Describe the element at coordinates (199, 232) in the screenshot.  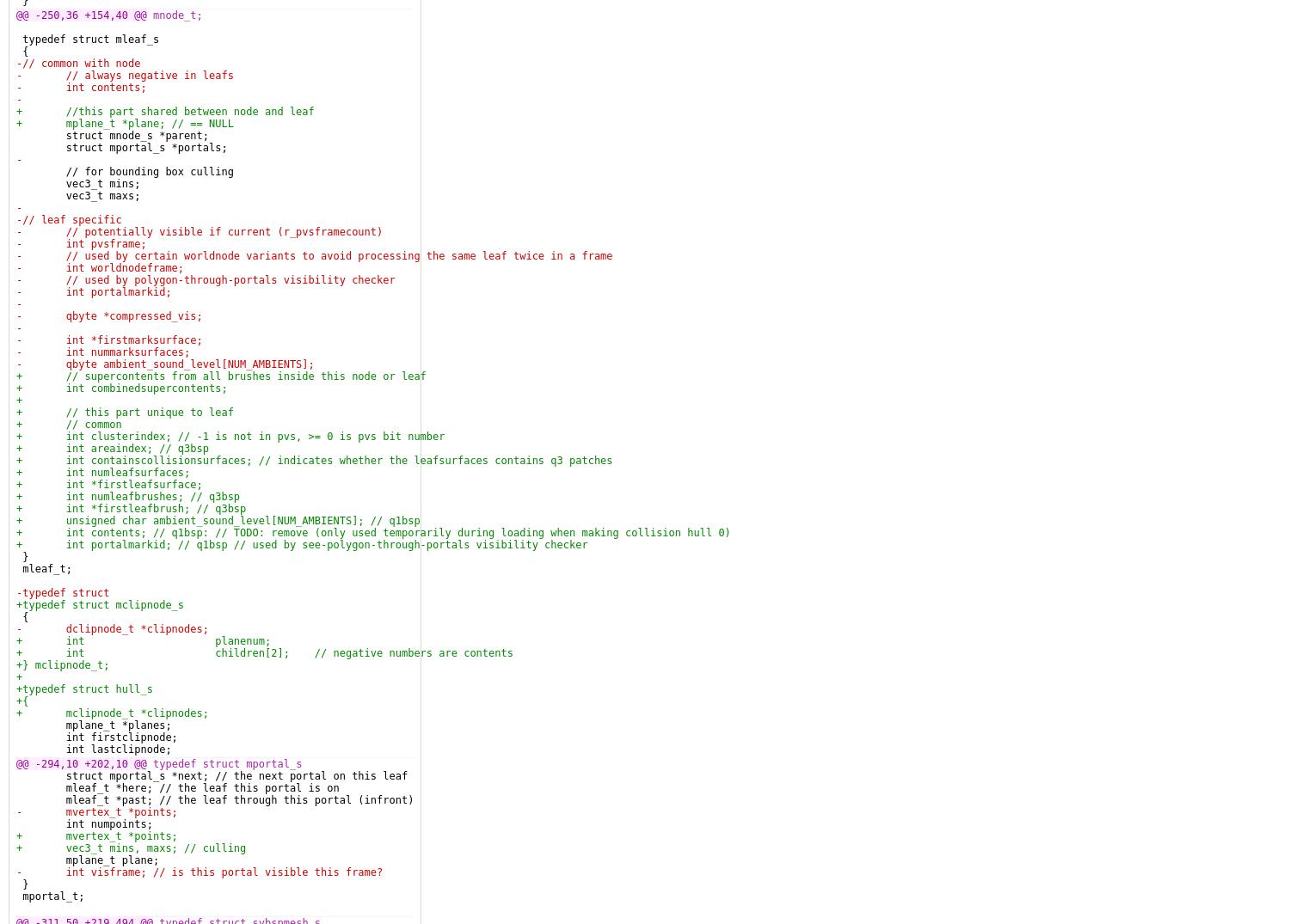
I see `'-       // potentially visible if current (r_pvsframecount)'` at that location.